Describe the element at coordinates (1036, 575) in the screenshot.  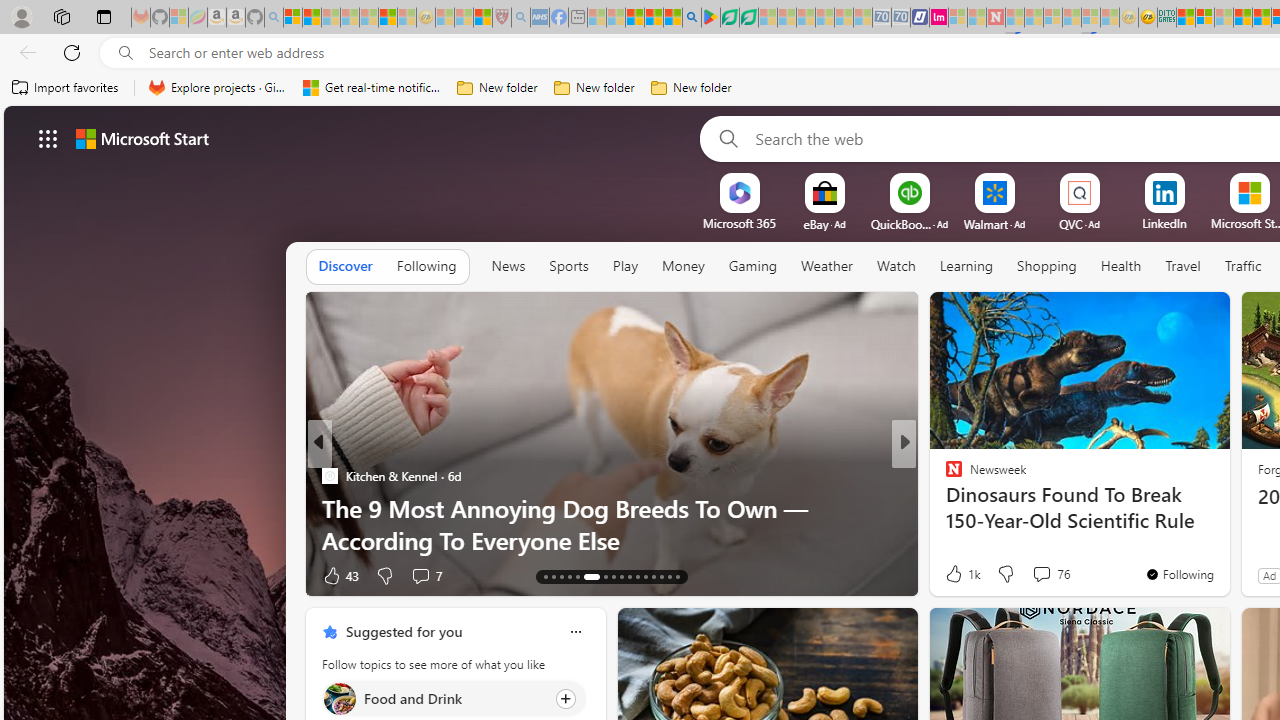
I see `'View comments 3 Comment'` at that location.